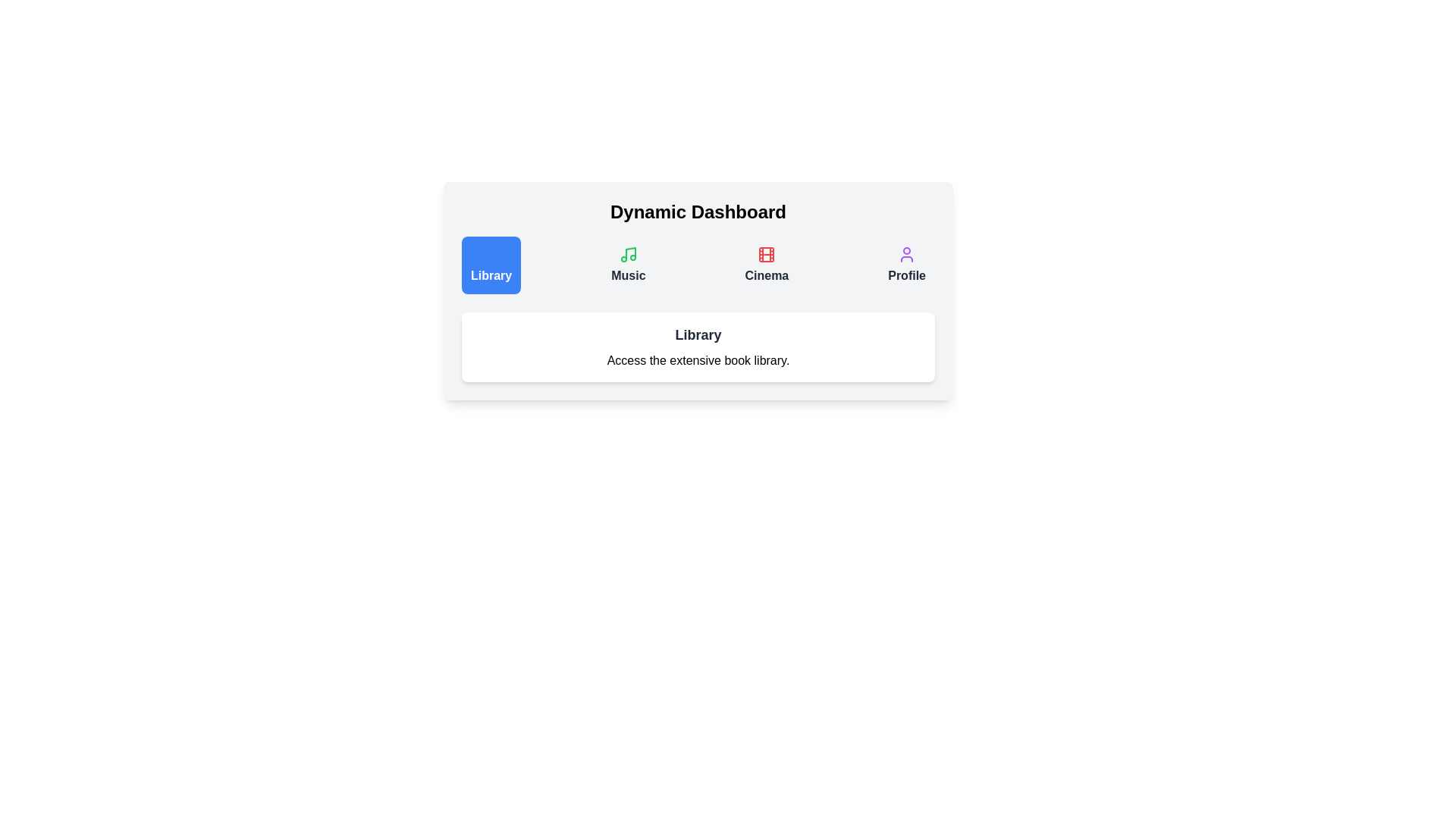 The image size is (1456, 819). I want to click on the tab button labeled Music to switch to that tab, so click(628, 265).